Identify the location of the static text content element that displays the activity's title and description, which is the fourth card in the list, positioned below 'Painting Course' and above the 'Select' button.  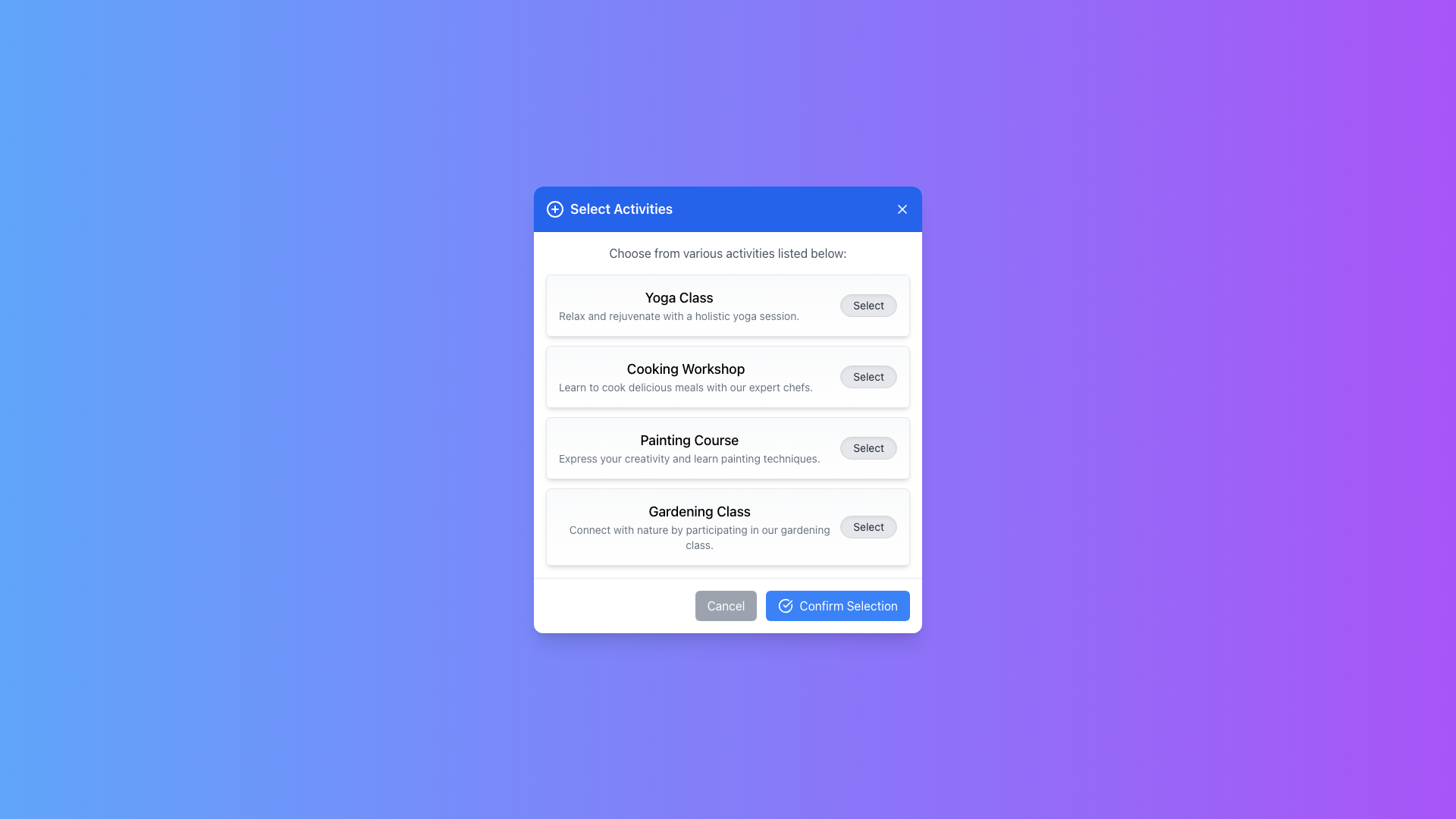
(698, 526).